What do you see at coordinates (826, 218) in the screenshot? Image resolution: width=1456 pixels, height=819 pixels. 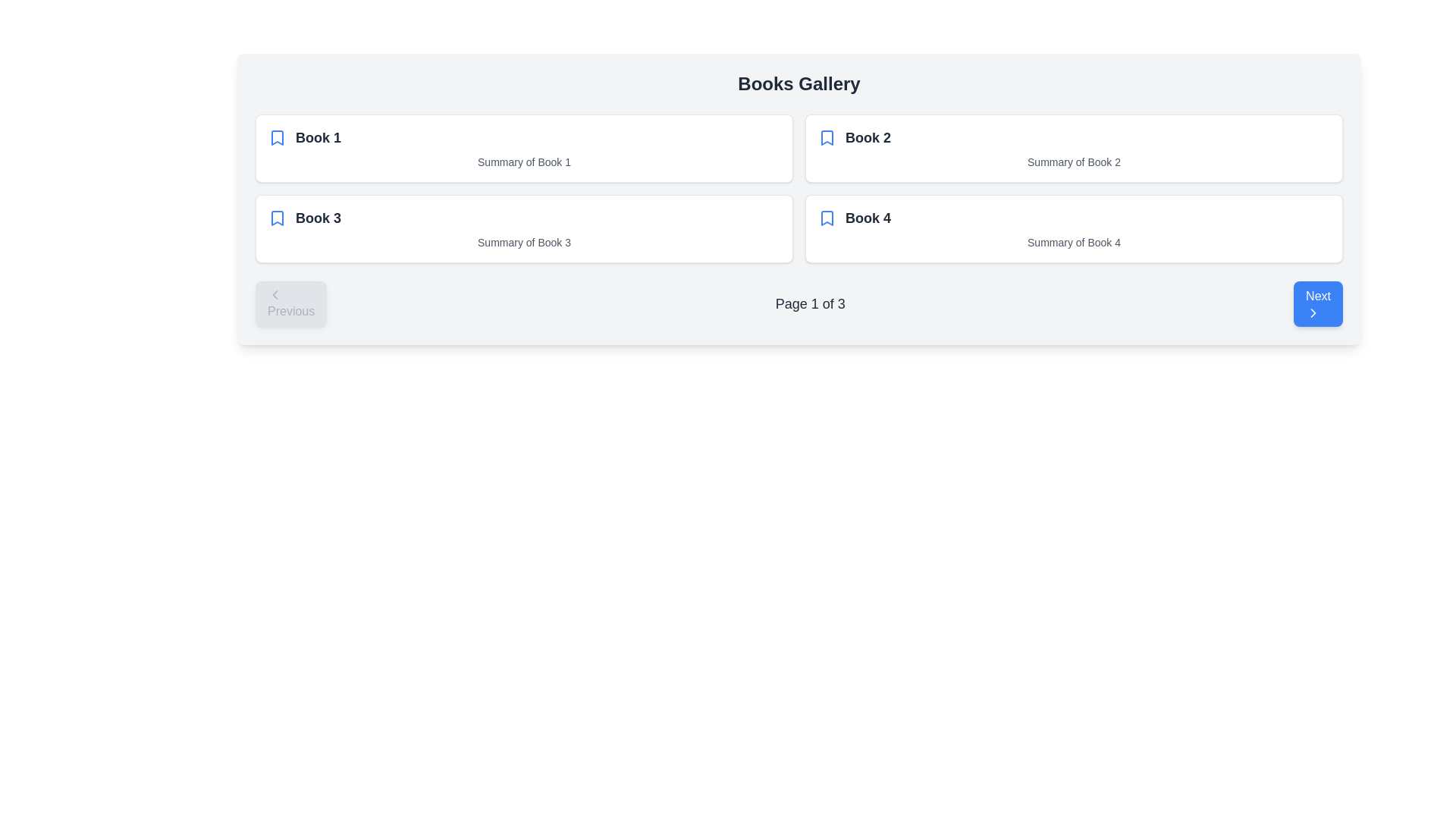 I see `the bookmark icon located to the left of the text label 'Book 4' in the grid layout of book items` at bounding box center [826, 218].